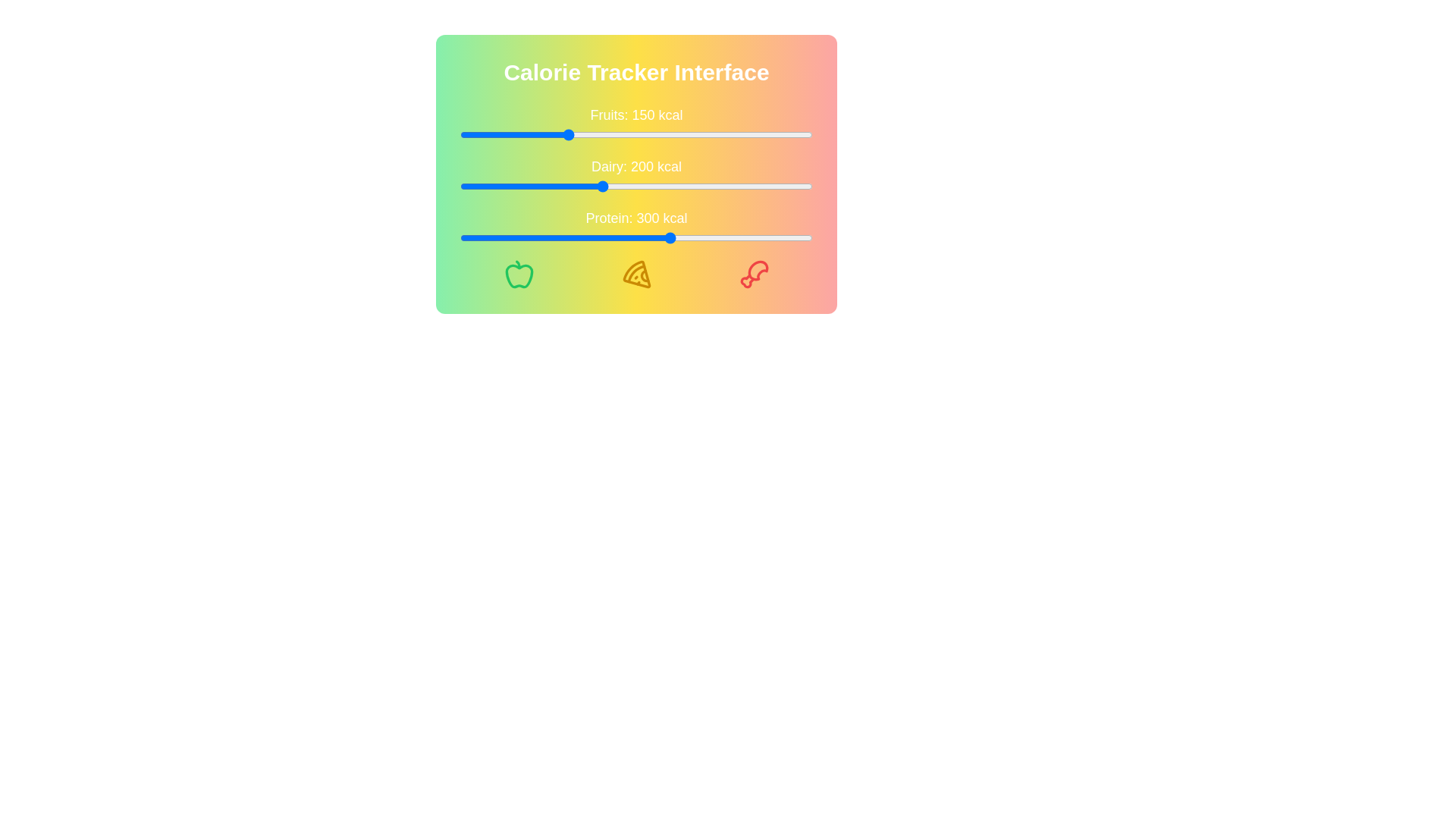  Describe the element at coordinates (618, 186) in the screenshot. I see `the Dairy calorie slider to 224 kcal` at that location.